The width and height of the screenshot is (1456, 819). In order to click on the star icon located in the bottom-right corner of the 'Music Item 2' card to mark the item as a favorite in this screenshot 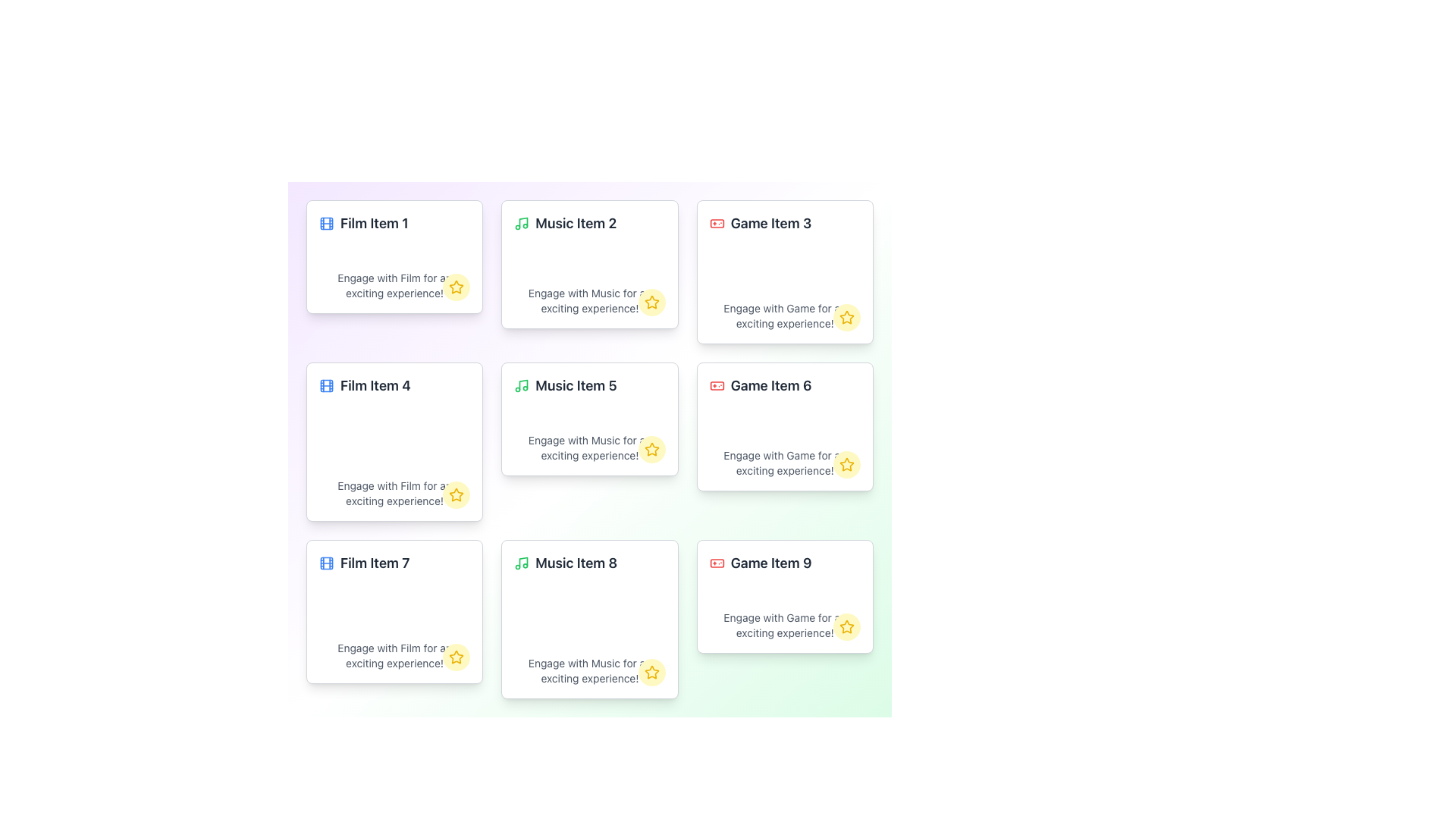, I will do `click(651, 302)`.